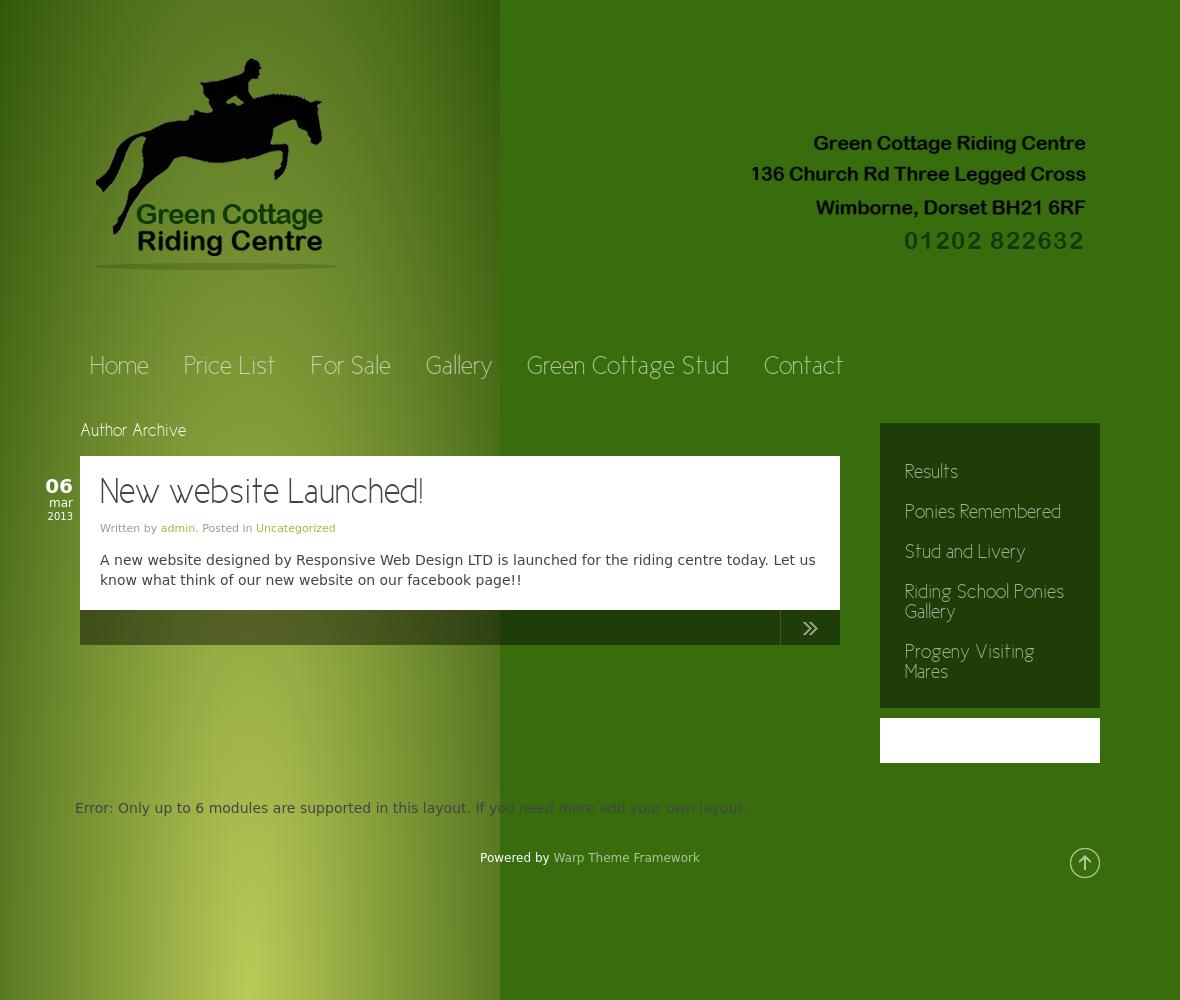 This screenshot has height=1000, width=1180. I want to click on 'Author Archive', so click(131, 432).